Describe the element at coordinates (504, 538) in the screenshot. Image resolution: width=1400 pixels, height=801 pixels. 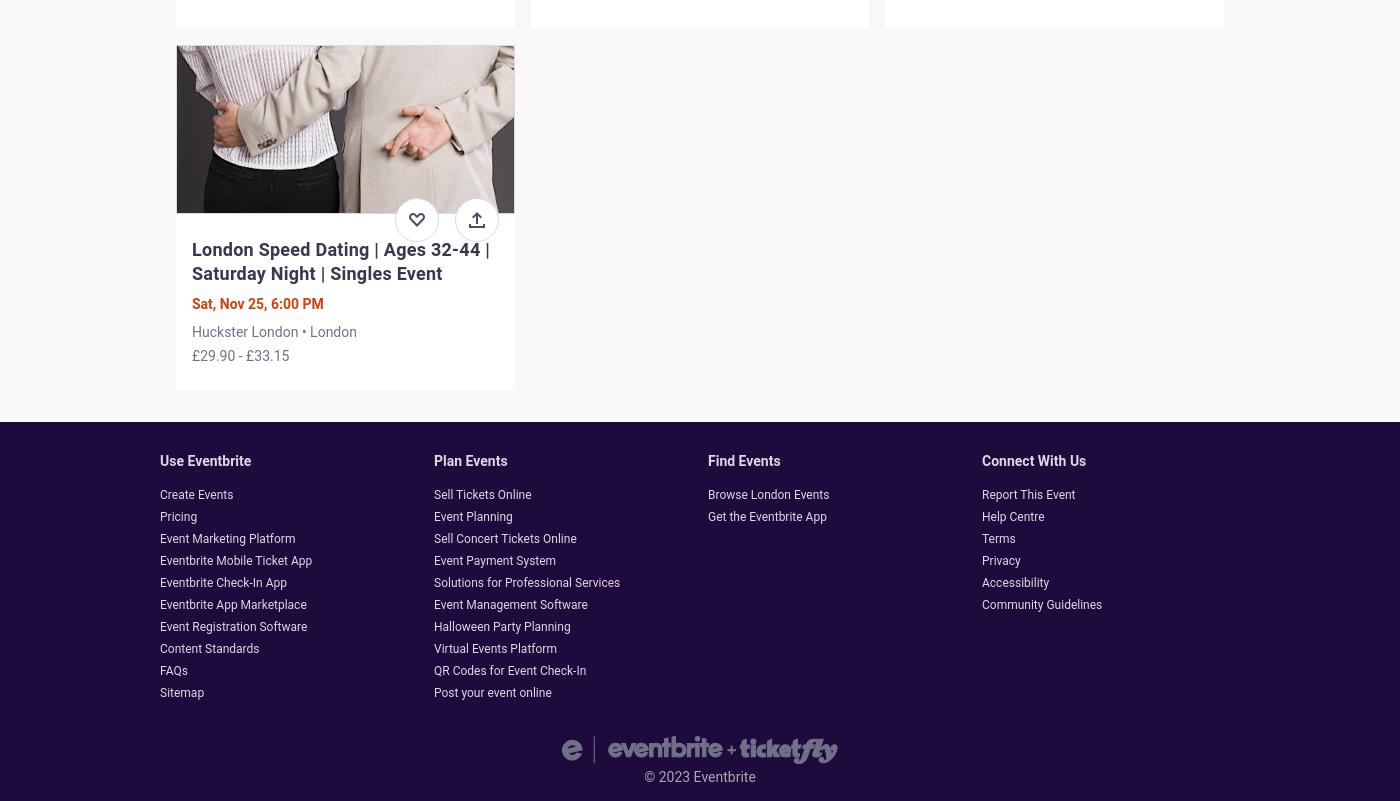
I see `'Sell Concert Tickets Online'` at that location.